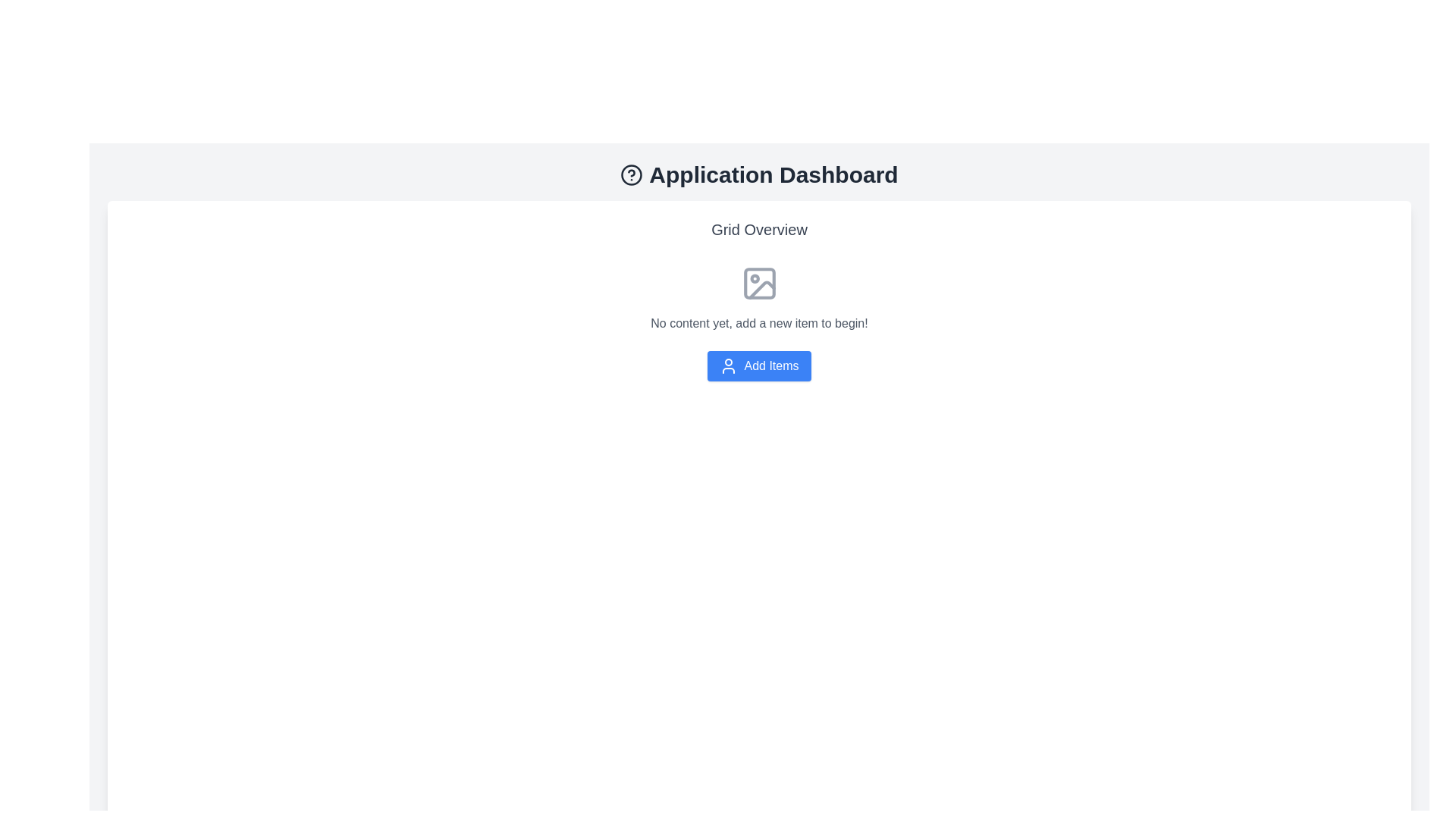 This screenshot has width=1456, height=819. I want to click on the circular SVG component with a solid border located at the center of the question mark icon in the horizontal header, positioned to the left of the 'Application Dashboard' title, so click(632, 174).